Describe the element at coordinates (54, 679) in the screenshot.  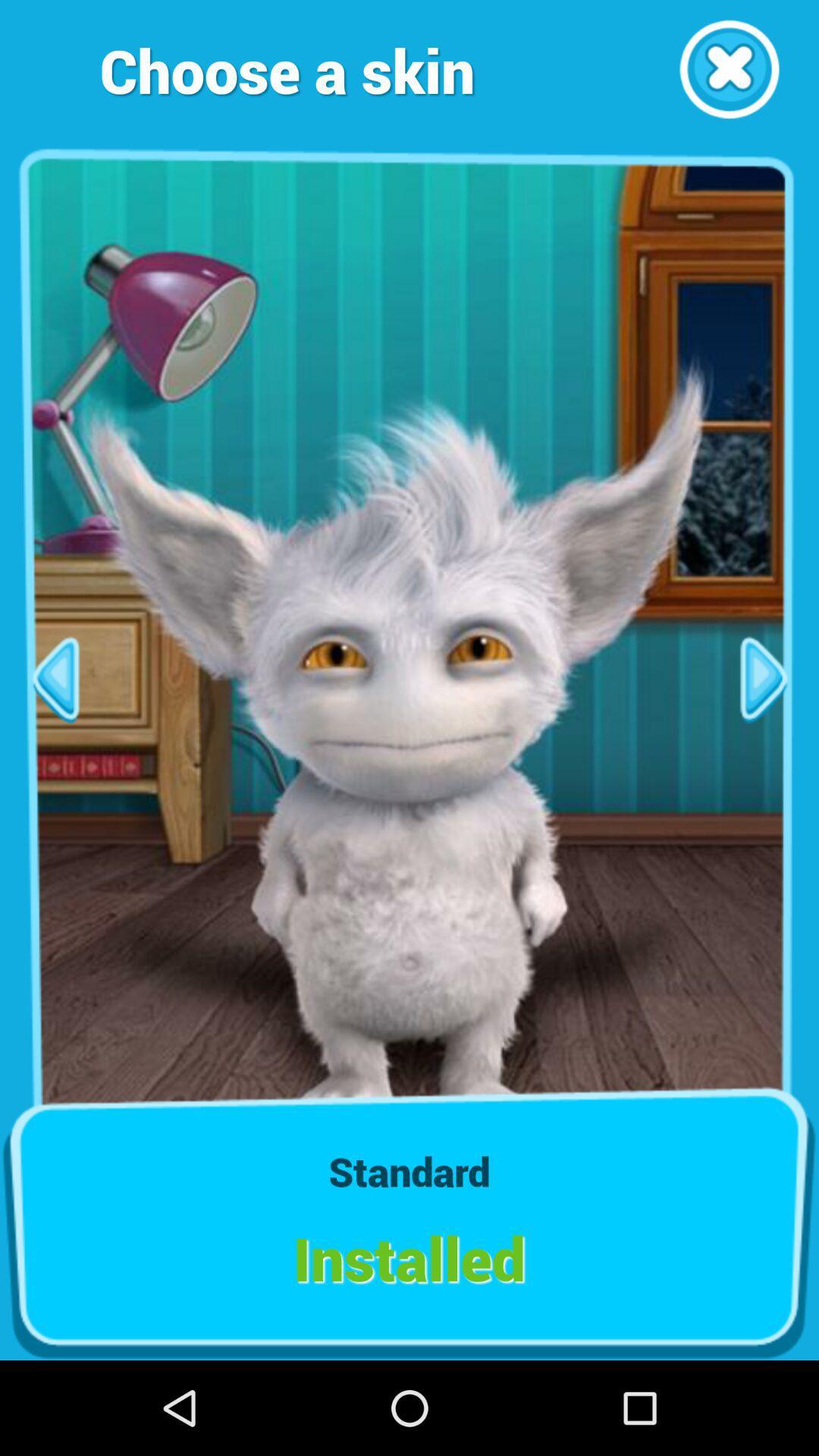
I see `go back` at that location.